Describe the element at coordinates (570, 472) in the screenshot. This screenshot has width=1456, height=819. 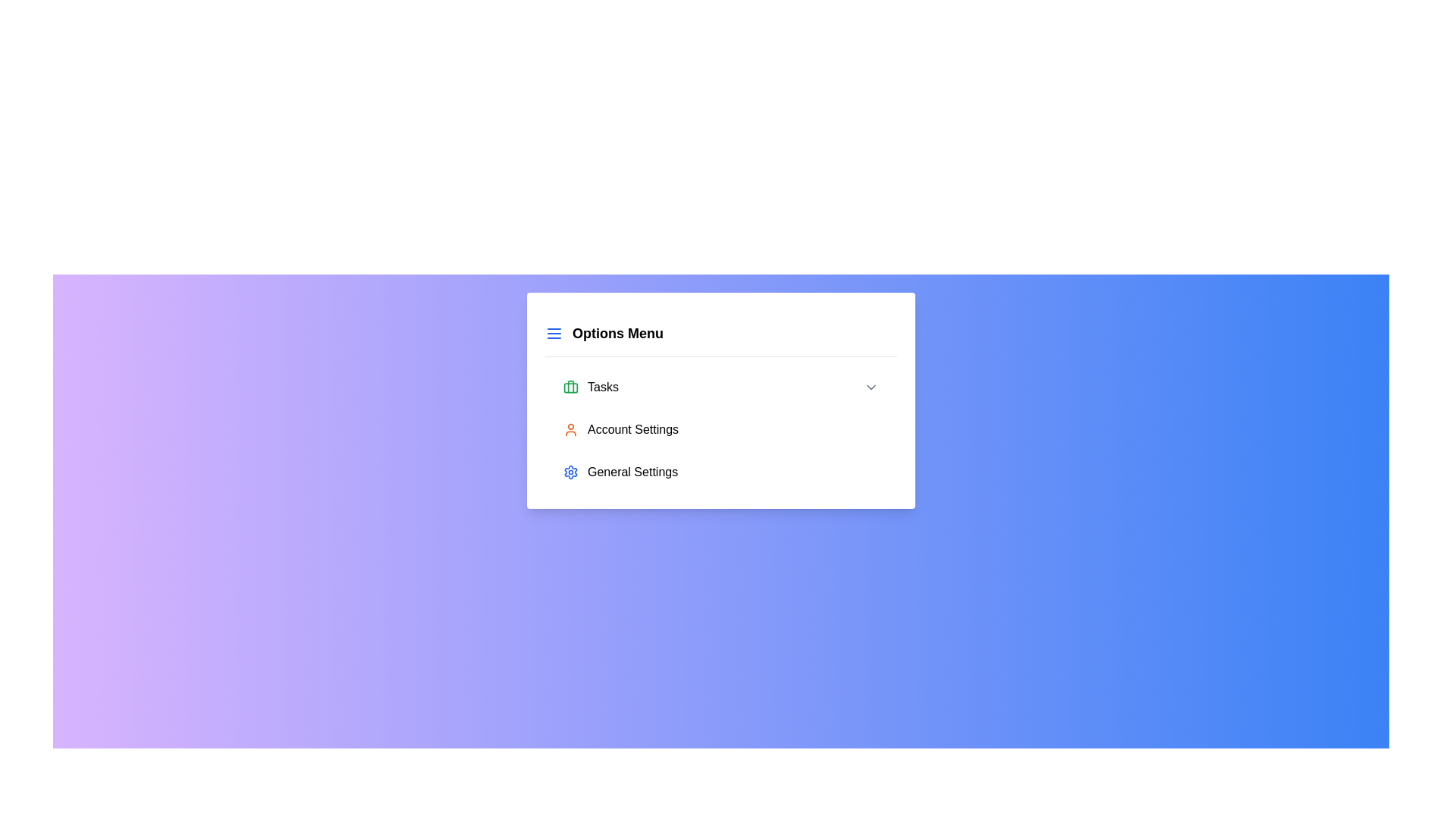
I see `the gear-shaped icon with a blue outline located to the left of the 'General Settings' text label` at that location.